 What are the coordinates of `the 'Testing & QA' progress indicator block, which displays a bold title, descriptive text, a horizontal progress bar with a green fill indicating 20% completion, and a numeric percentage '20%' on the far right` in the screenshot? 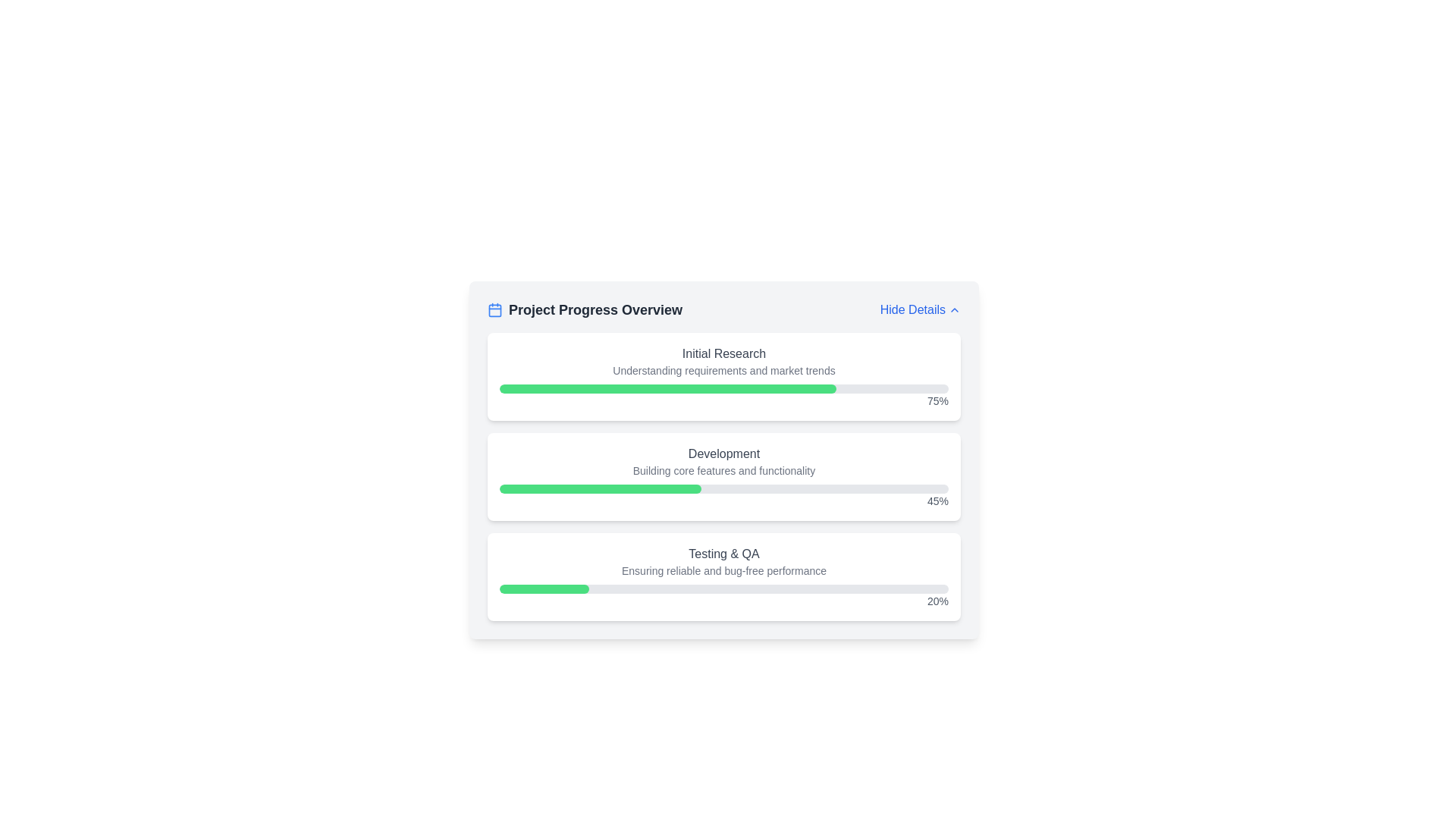 It's located at (723, 576).